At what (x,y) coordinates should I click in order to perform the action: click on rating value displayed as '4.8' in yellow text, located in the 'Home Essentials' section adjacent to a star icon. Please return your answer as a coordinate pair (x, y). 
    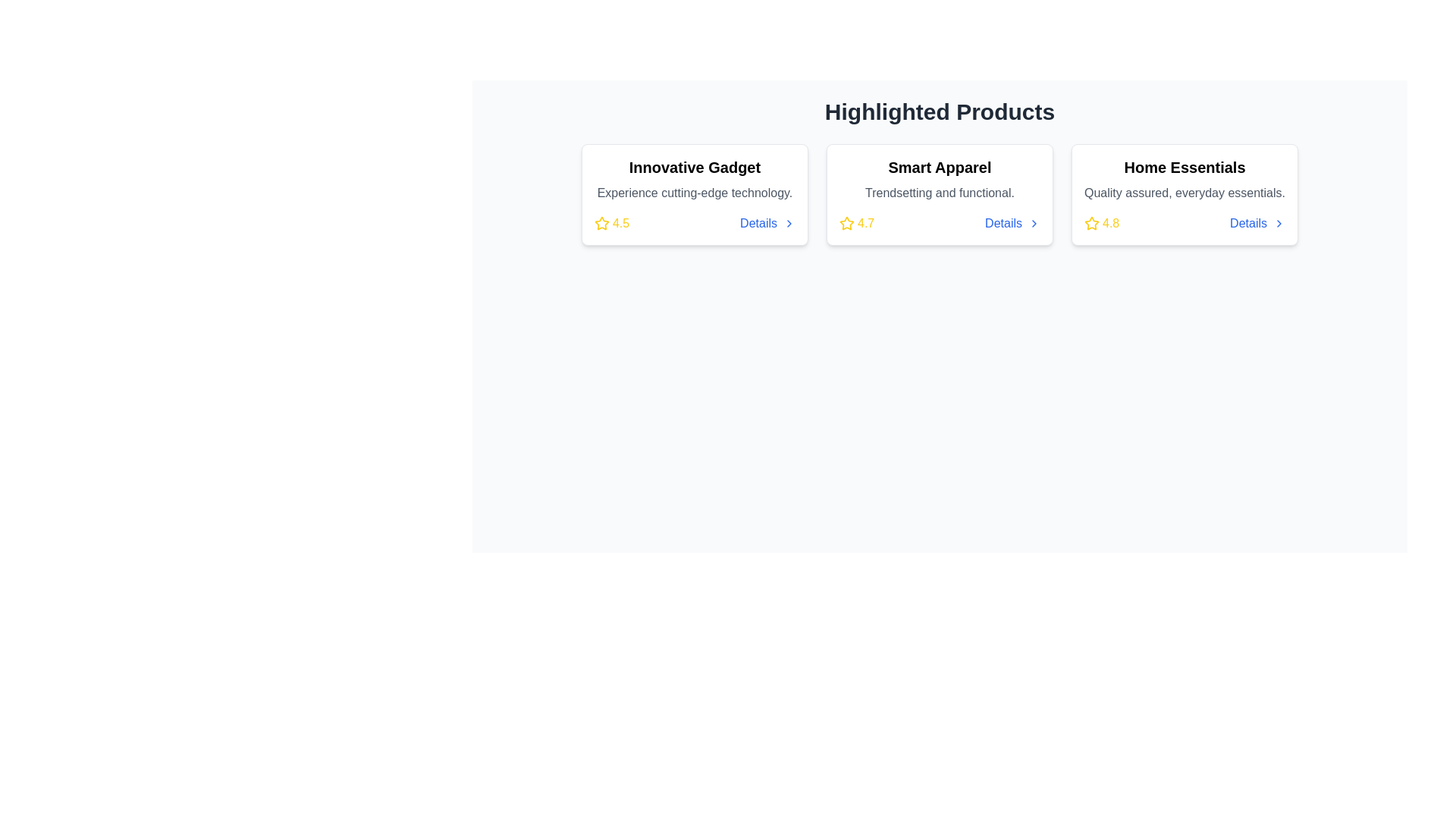
    Looking at the image, I should click on (1111, 223).